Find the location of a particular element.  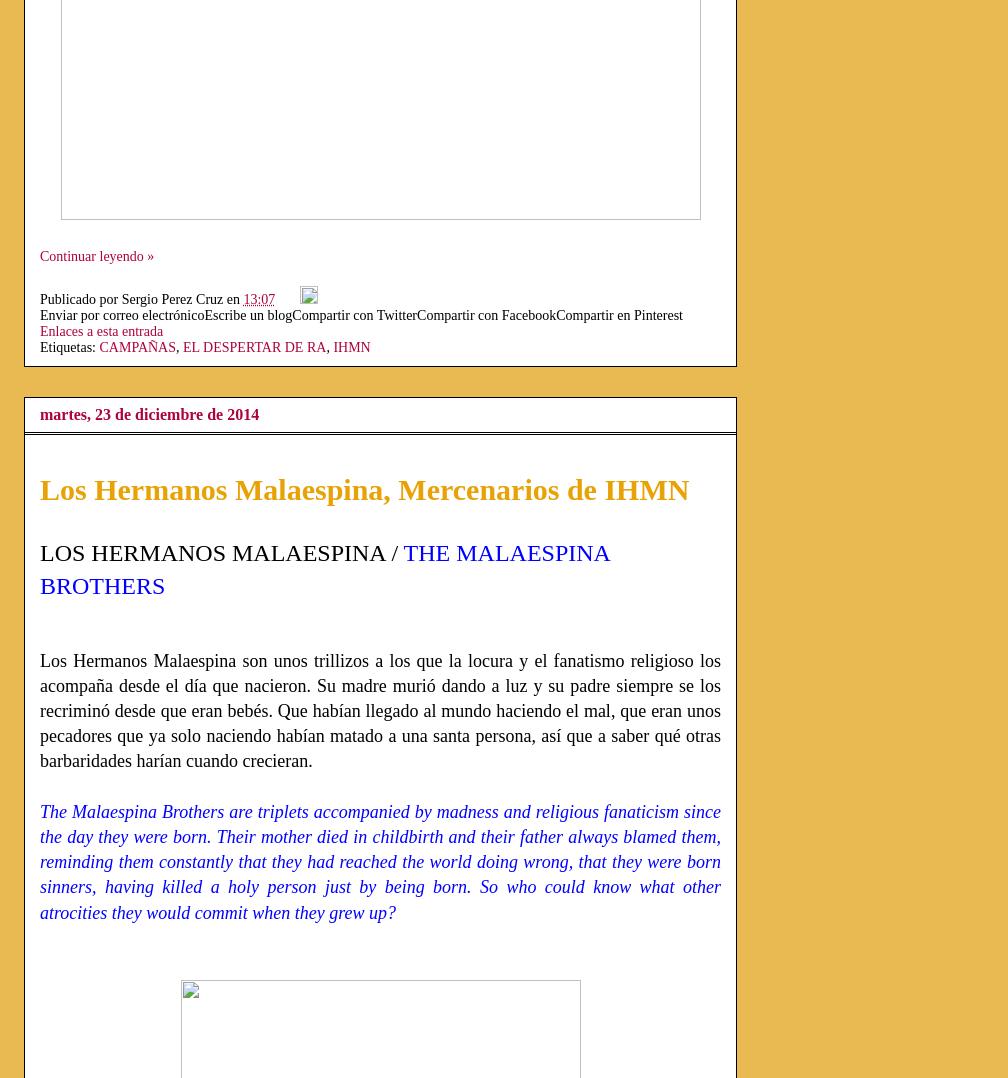

'Enviar por correo electrónico' is located at coordinates (121, 313).